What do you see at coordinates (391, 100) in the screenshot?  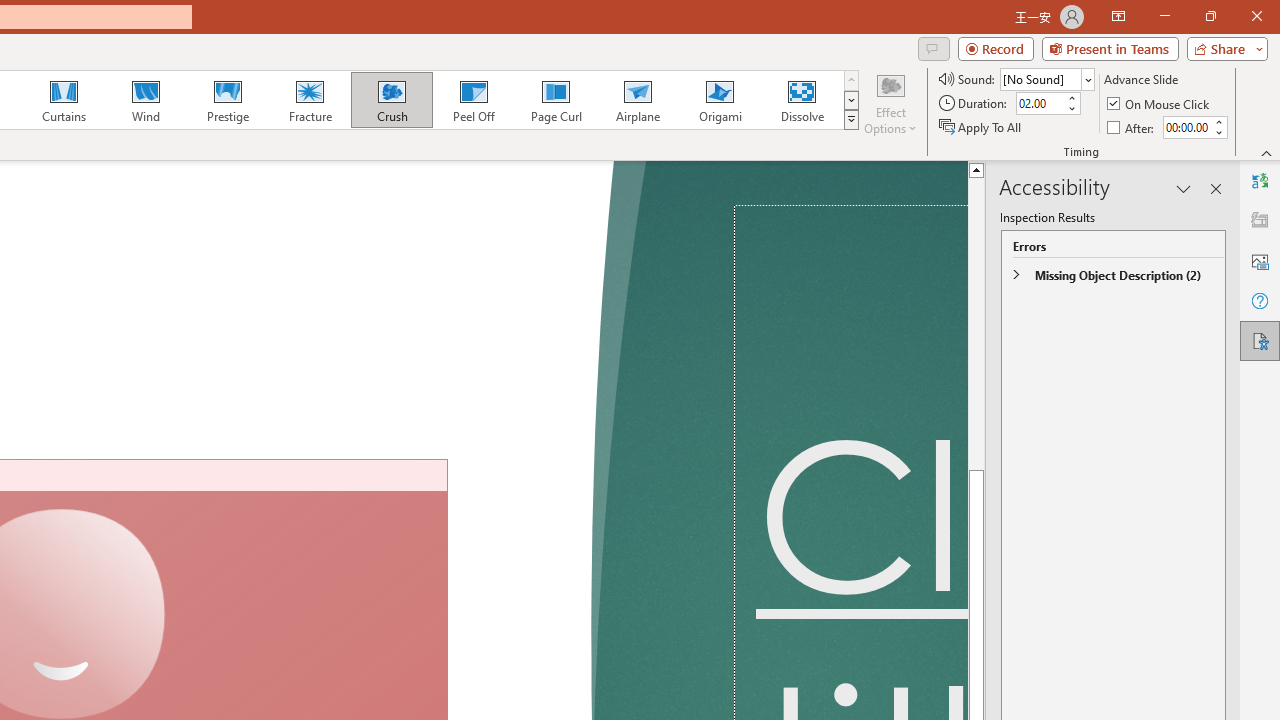 I see `'Crush'` at bounding box center [391, 100].